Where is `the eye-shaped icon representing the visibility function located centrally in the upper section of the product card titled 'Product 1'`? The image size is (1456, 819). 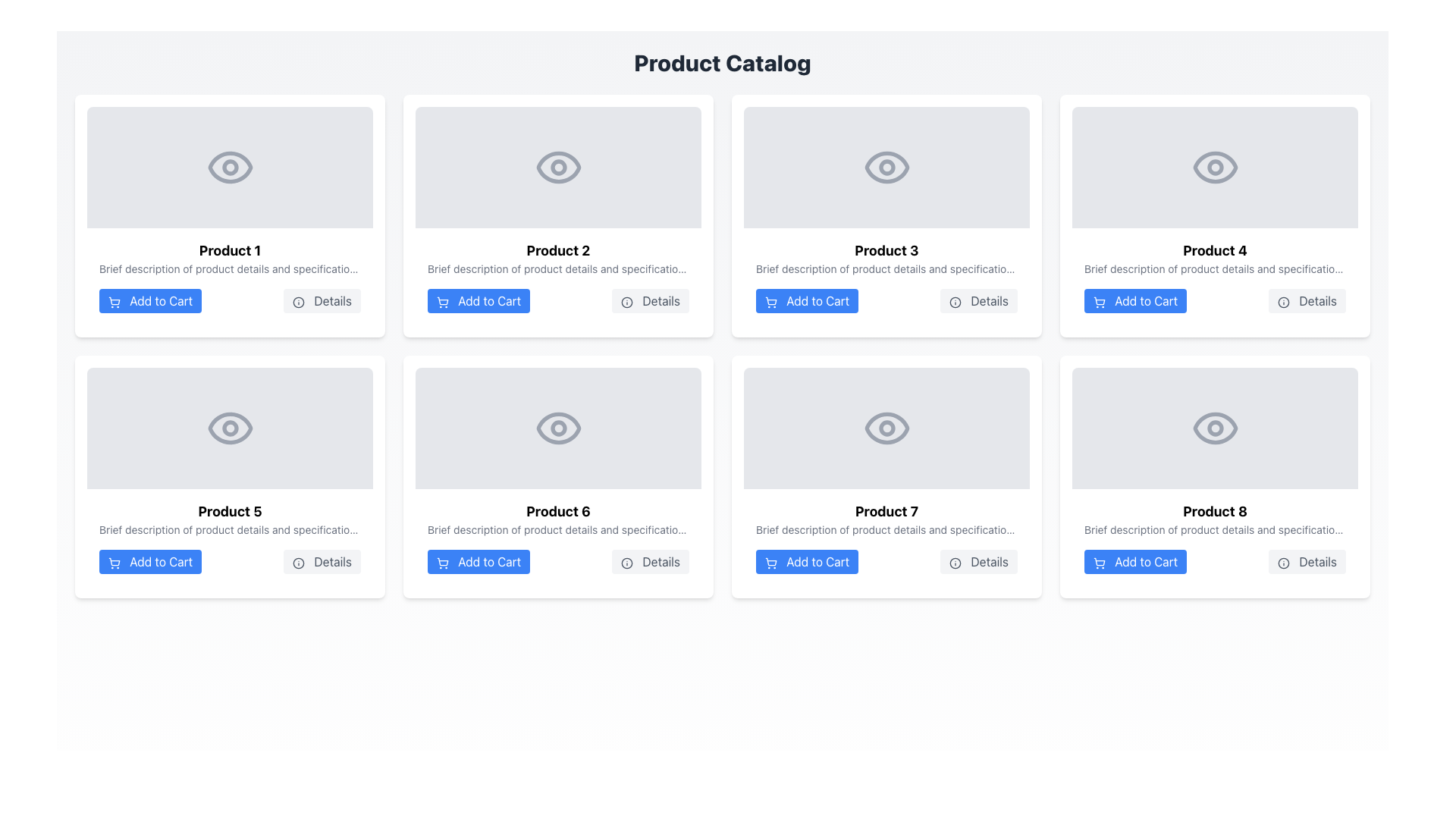 the eye-shaped icon representing the visibility function located centrally in the upper section of the product card titled 'Product 1' is located at coordinates (229, 167).